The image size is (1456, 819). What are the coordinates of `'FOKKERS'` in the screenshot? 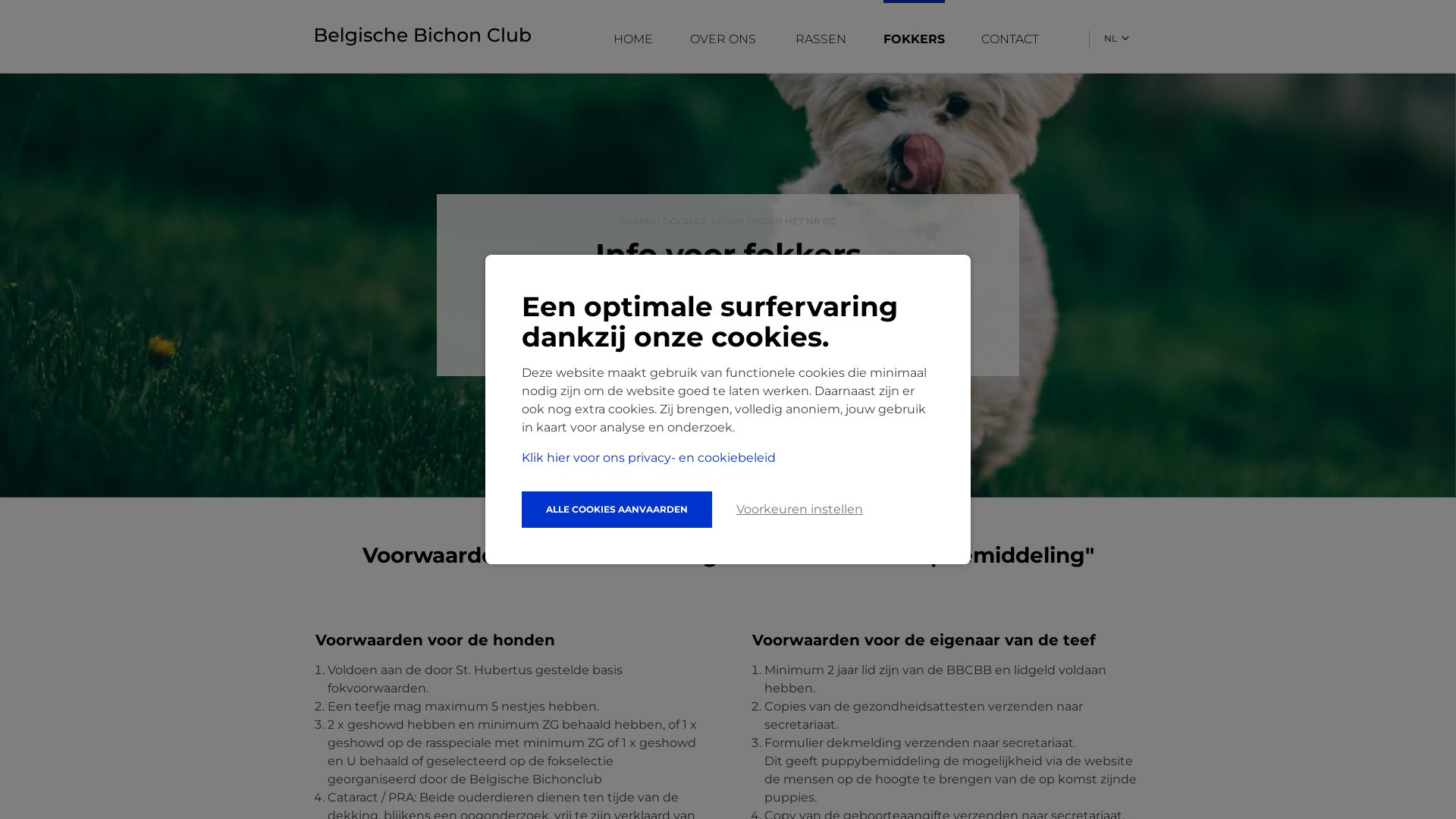 It's located at (883, 38).